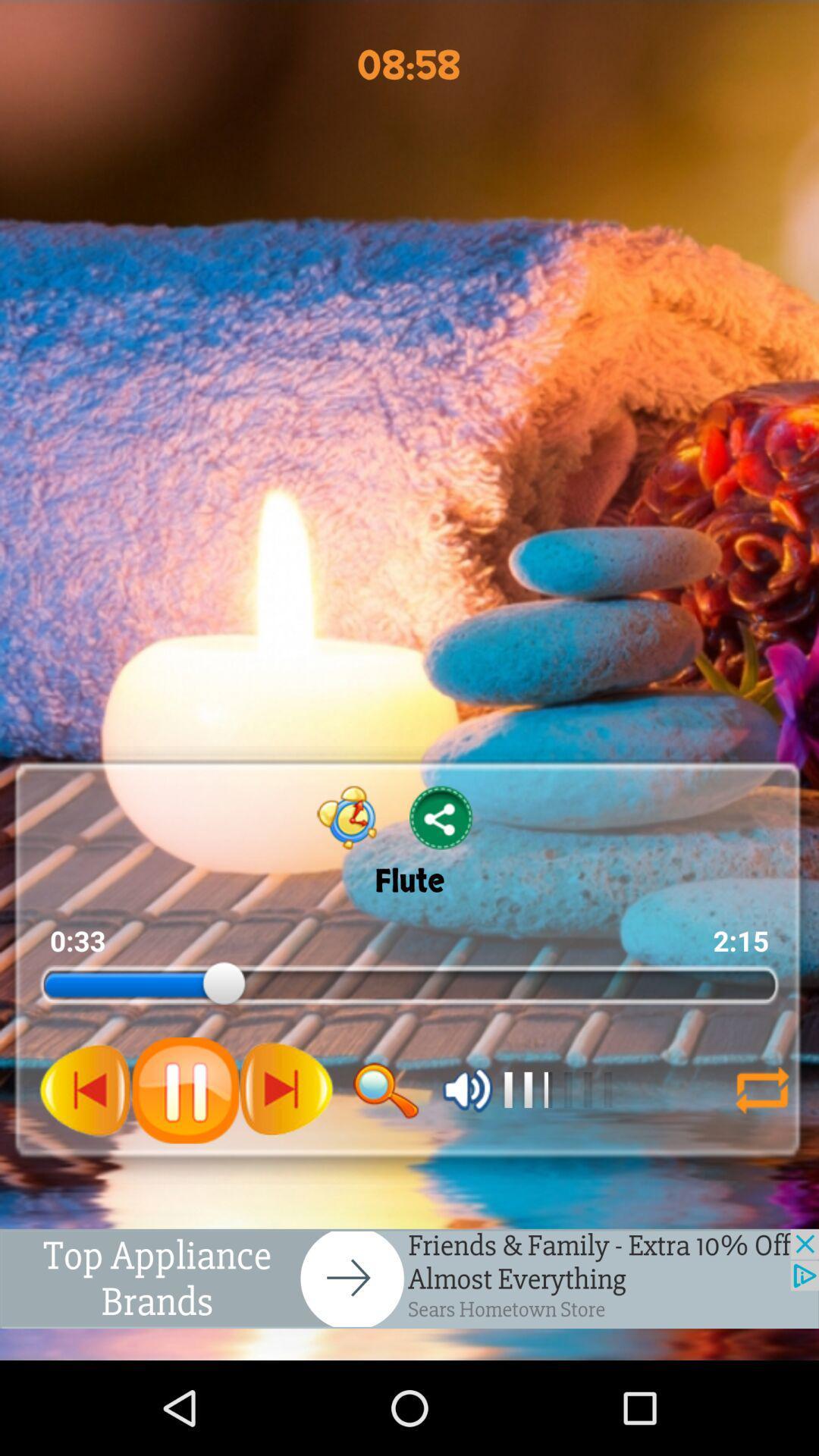 Image resolution: width=819 pixels, height=1456 pixels. I want to click on stop, so click(184, 1089).